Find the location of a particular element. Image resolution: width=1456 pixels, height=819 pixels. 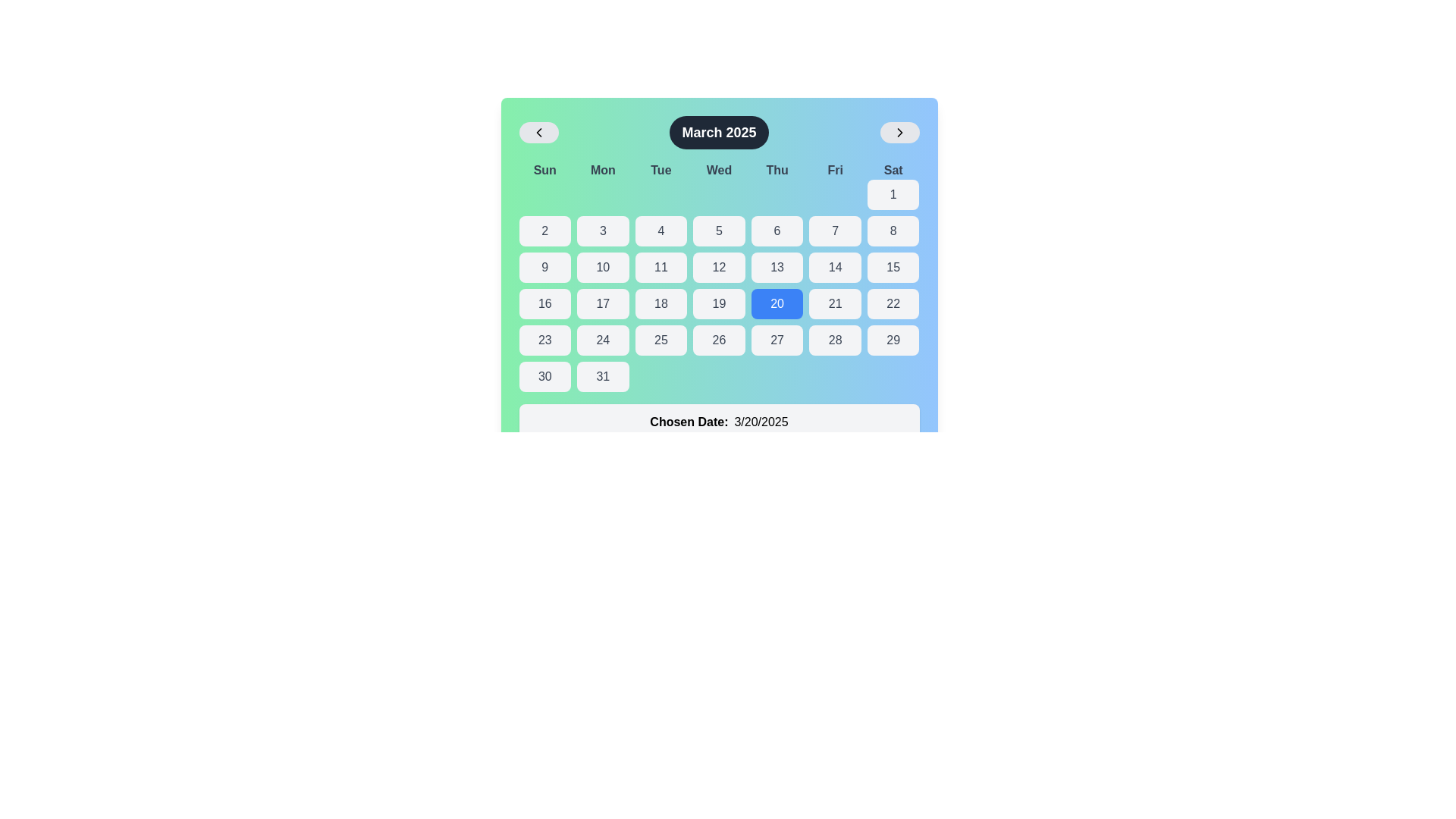

the button representing the day '14' is located at coordinates (834, 267).